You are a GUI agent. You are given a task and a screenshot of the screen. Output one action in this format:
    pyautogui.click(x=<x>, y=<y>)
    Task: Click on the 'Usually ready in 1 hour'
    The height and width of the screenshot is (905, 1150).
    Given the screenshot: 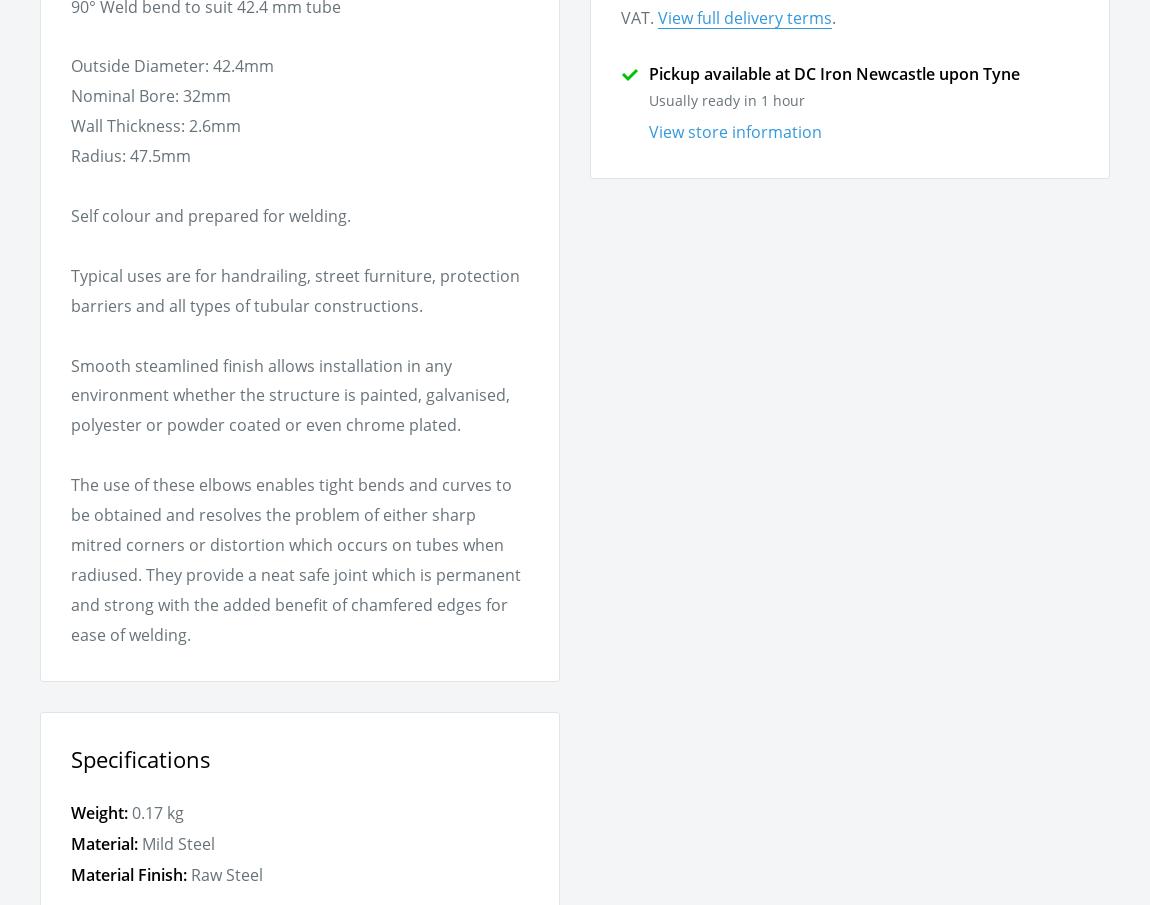 What is the action you would take?
    pyautogui.click(x=647, y=100)
    